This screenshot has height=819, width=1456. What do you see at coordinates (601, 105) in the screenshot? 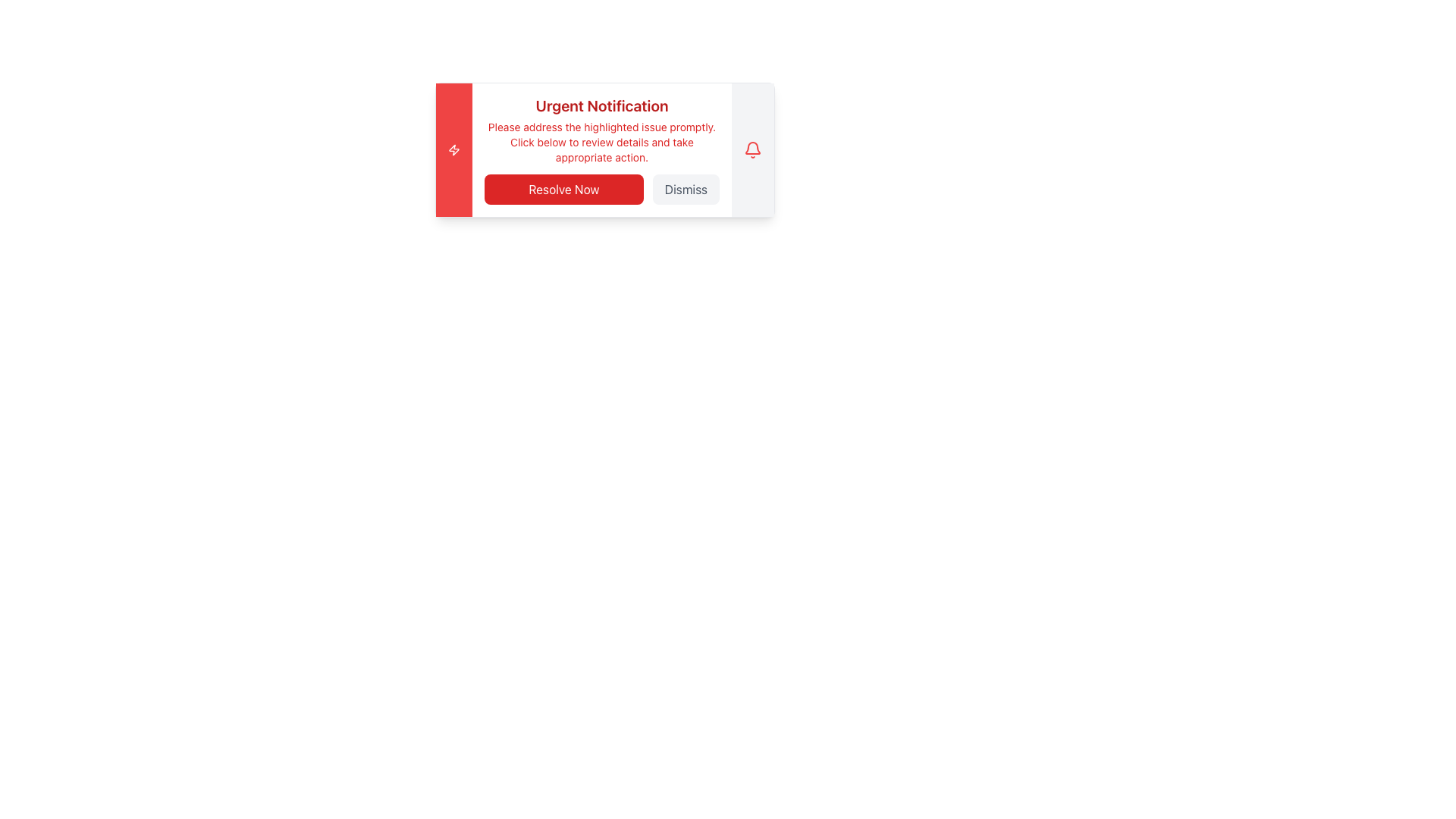
I see `the title text label at the top center of the notification card, which draws attention to the critical content below` at bounding box center [601, 105].